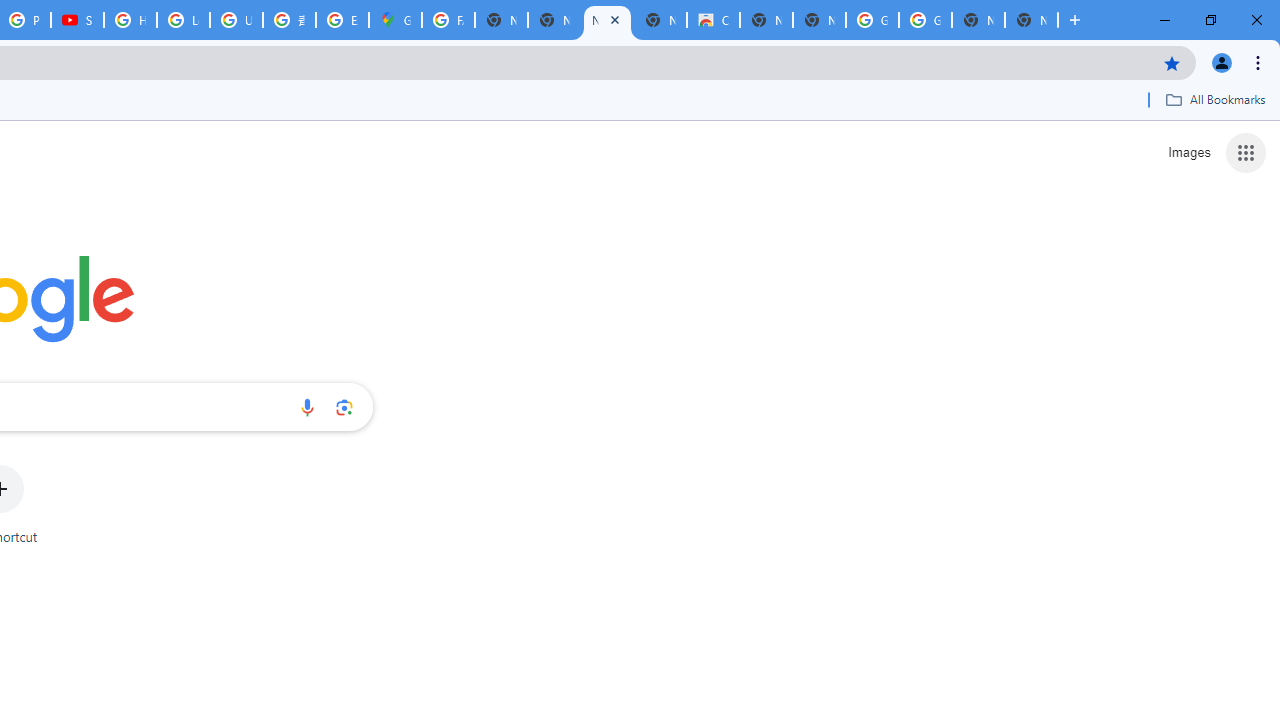 This screenshot has width=1280, height=720. What do you see at coordinates (129, 20) in the screenshot?
I see `'How Chrome protects your passwords - Google Chrome Help'` at bounding box center [129, 20].